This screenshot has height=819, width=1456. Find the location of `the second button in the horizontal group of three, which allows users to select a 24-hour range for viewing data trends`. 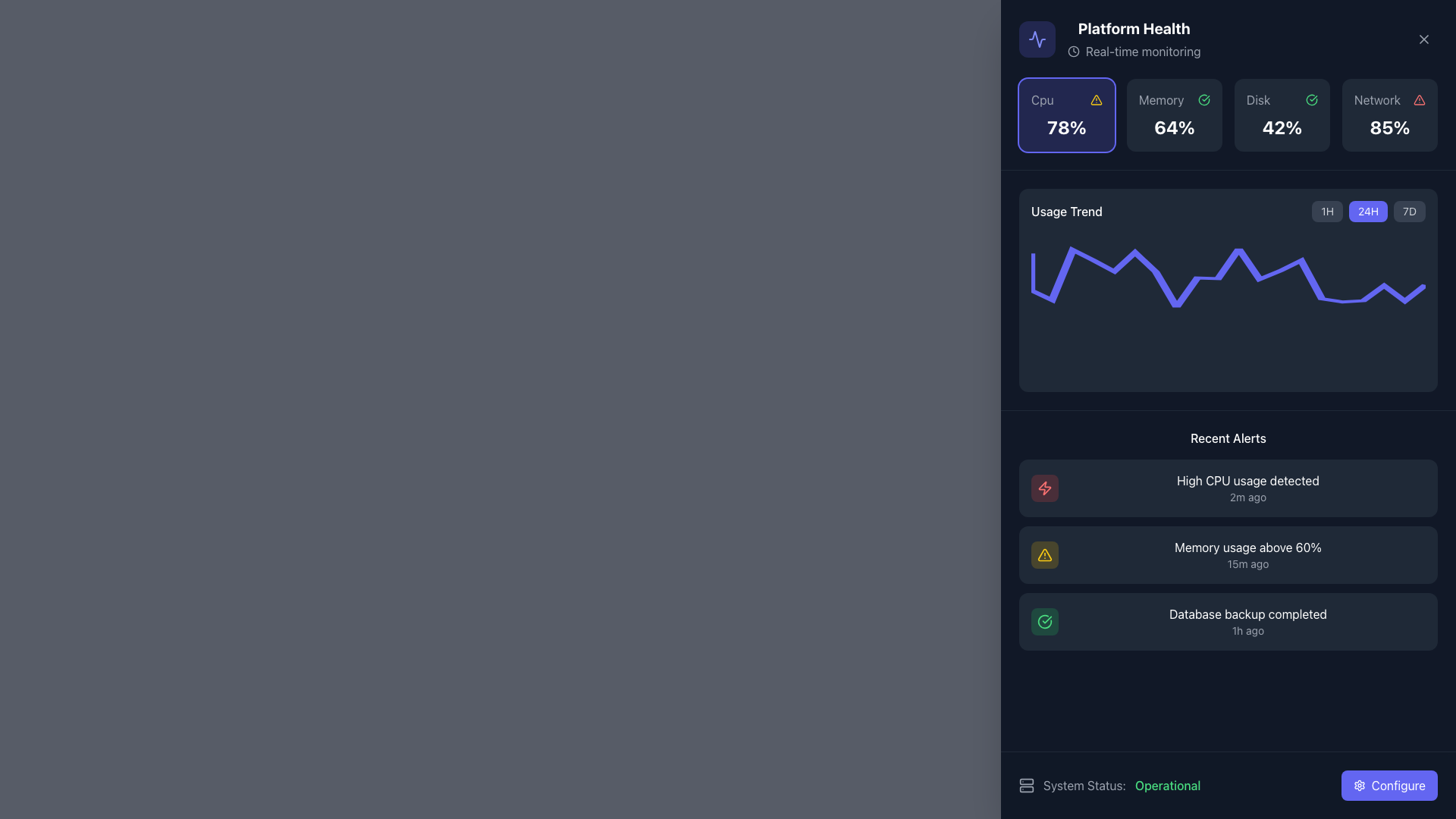

the second button in the horizontal group of three, which allows users to select a 24-hour range for viewing data trends is located at coordinates (1368, 211).